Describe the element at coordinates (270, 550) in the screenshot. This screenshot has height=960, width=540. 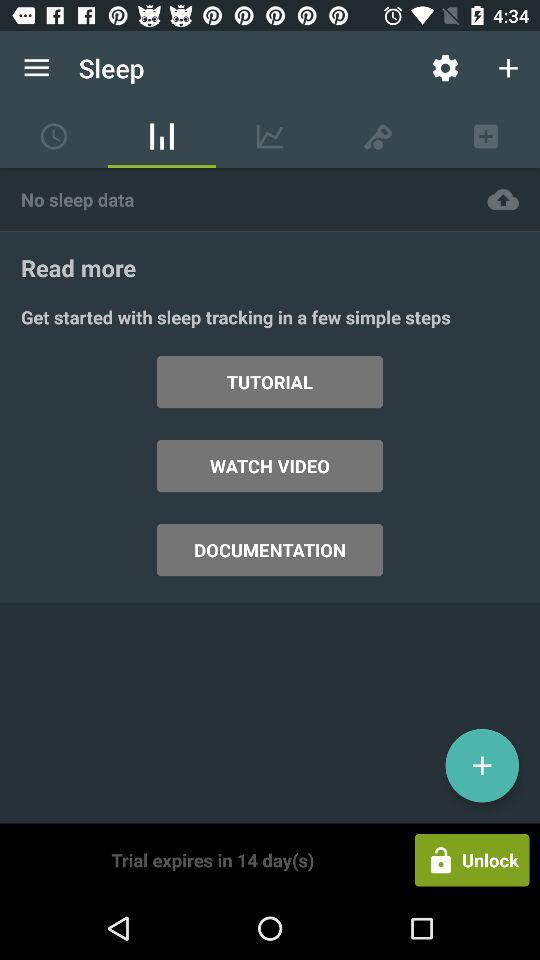
I see `the icon below watch video` at that location.